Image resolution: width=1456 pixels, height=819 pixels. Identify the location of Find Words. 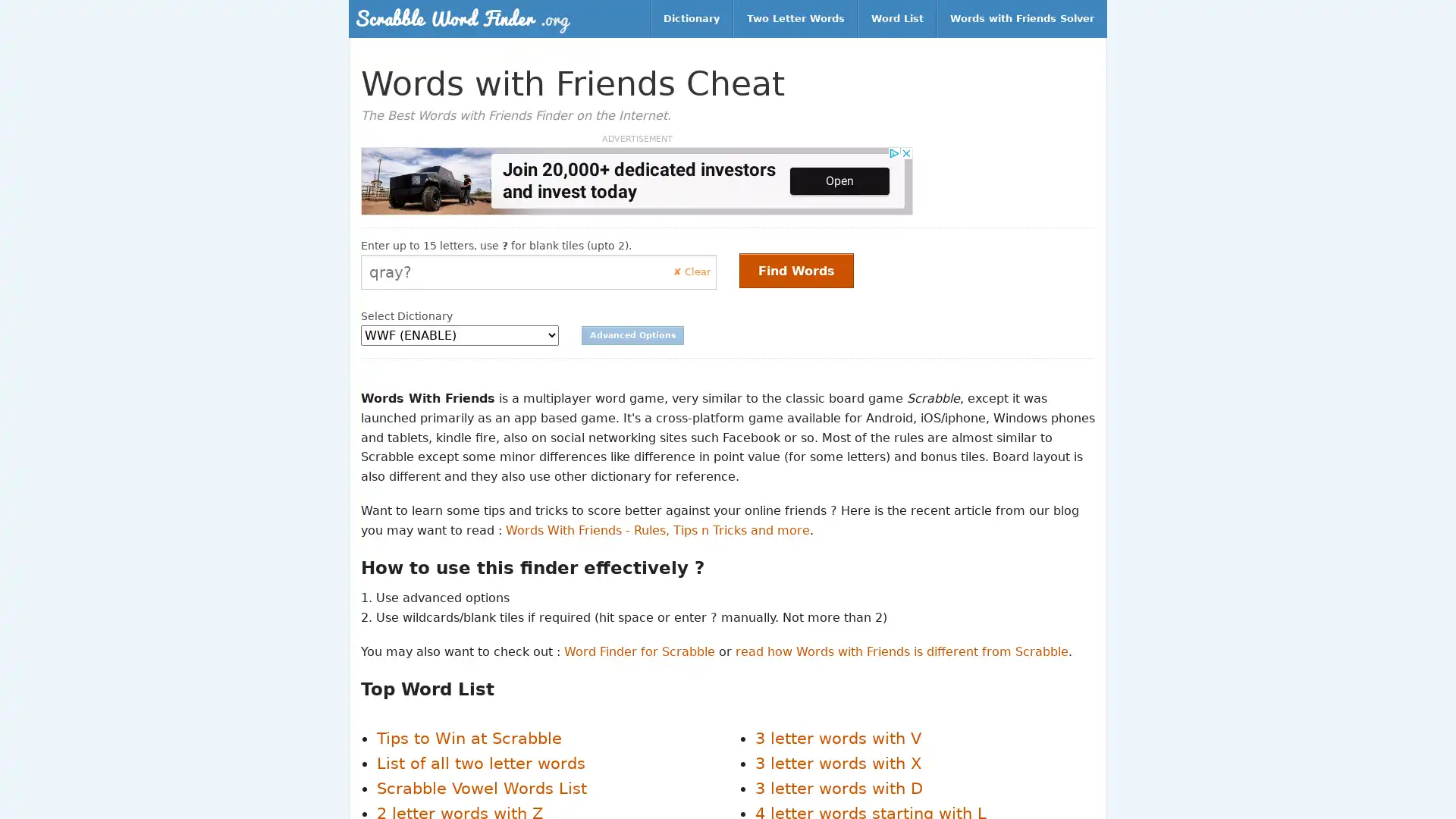
(795, 270).